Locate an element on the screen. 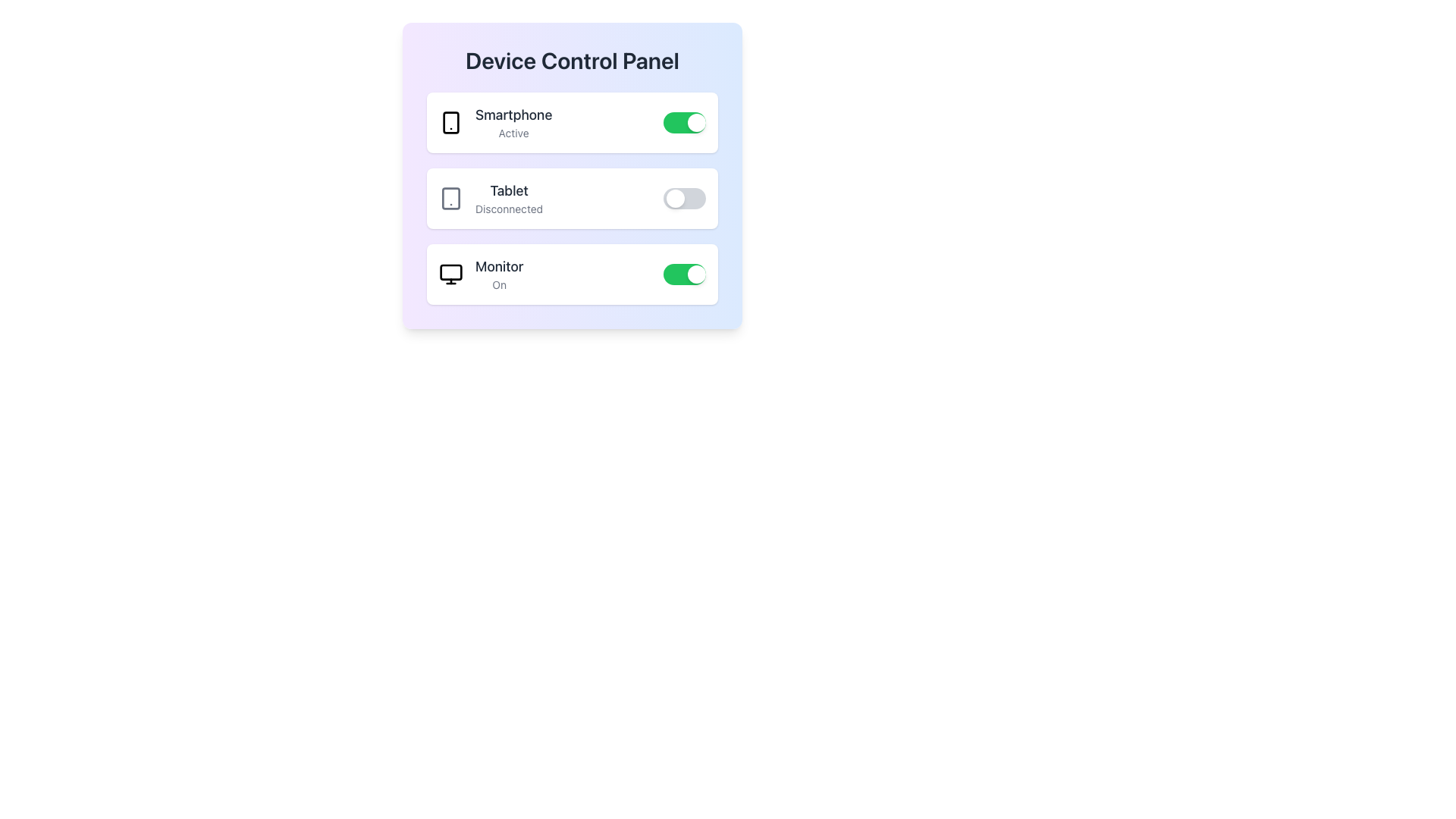 The image size is (1456, 819). the toggle switch on the second card in the Device Control Panel is located at coordinates (571, 198).